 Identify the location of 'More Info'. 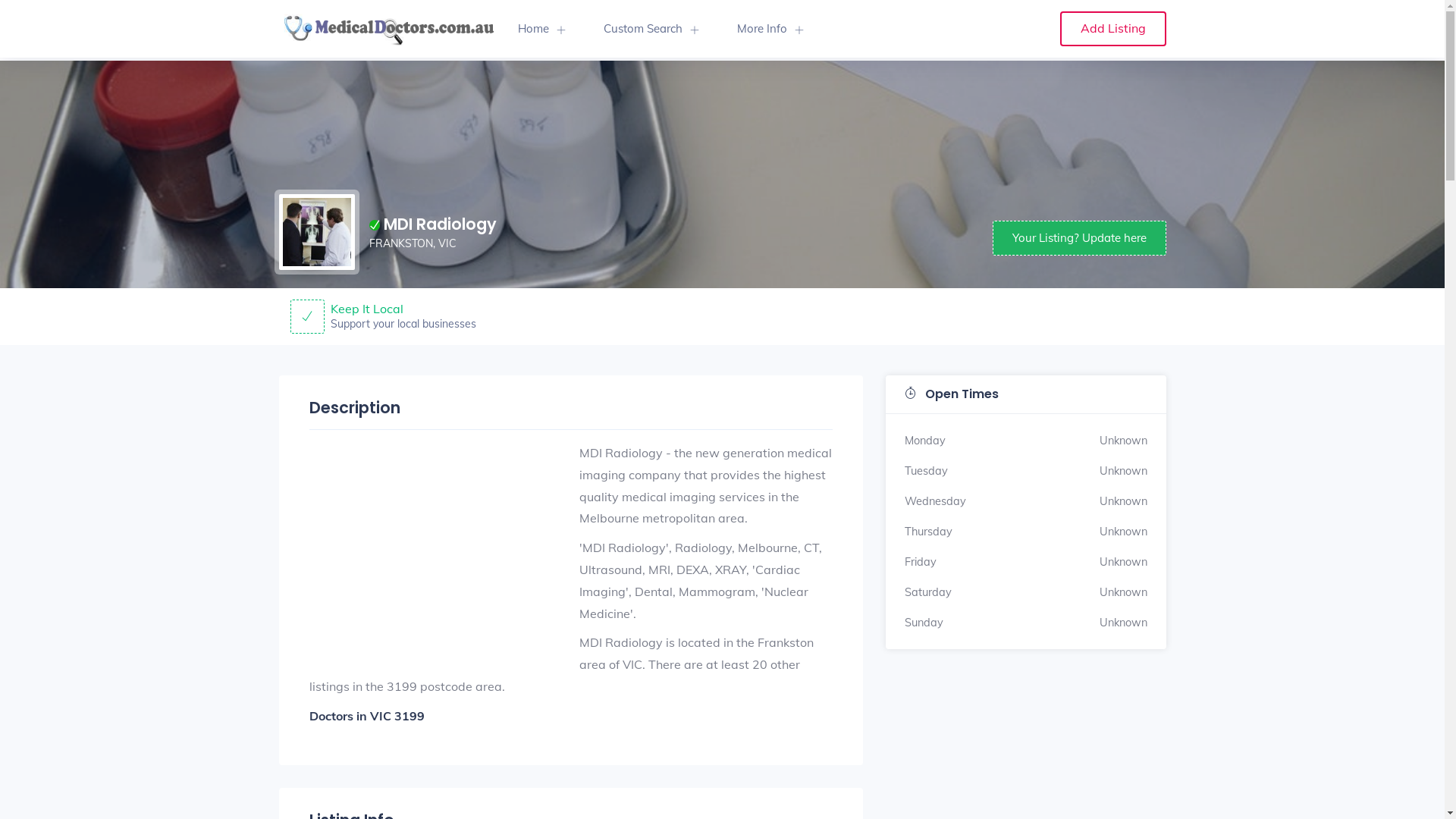
(716, 29).